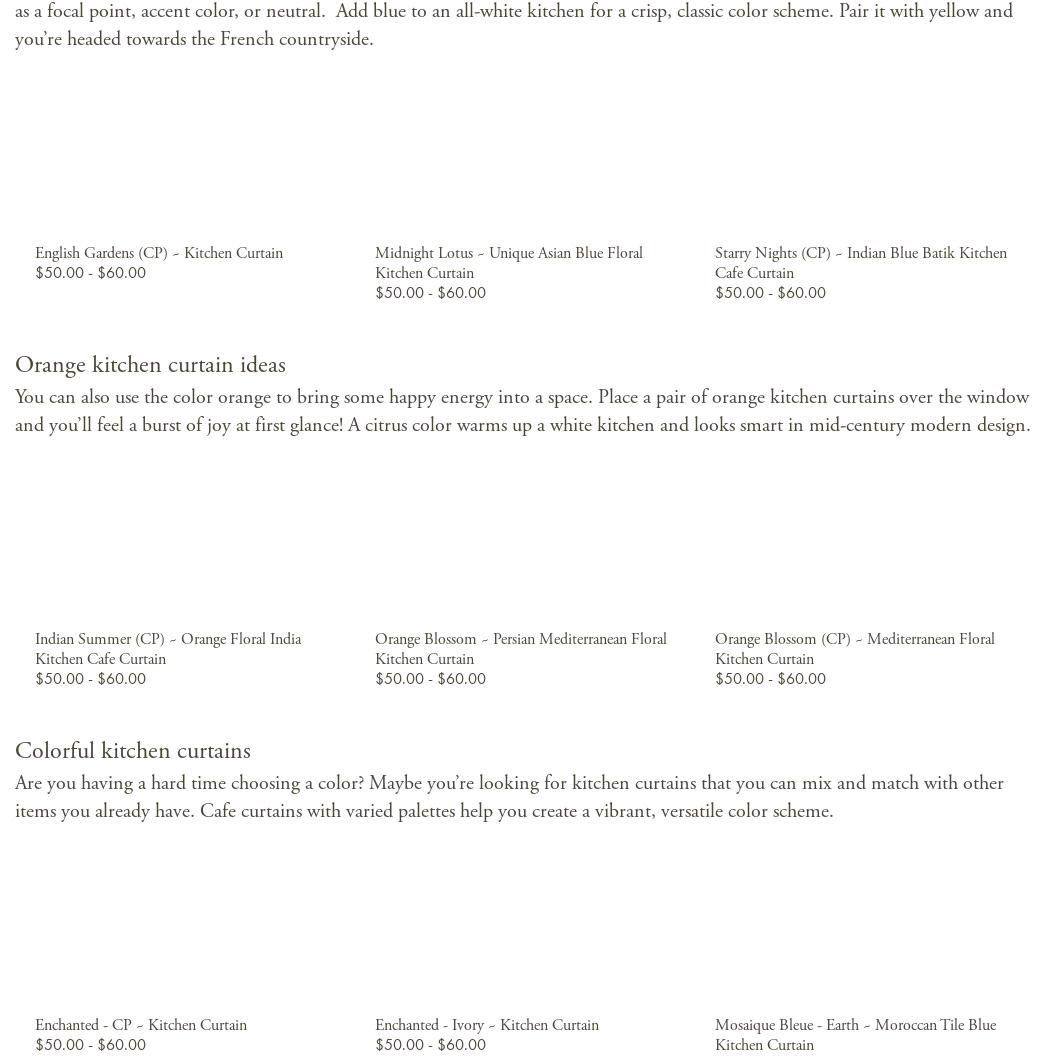 The image size is (1050, 1058). What do you see at coordinates (518, 647) in the screenshot?
I see `'Orange Blossom ~ Persian Mediterranean Floral Kitchen Curtain'` at bounding box center [518, 647].